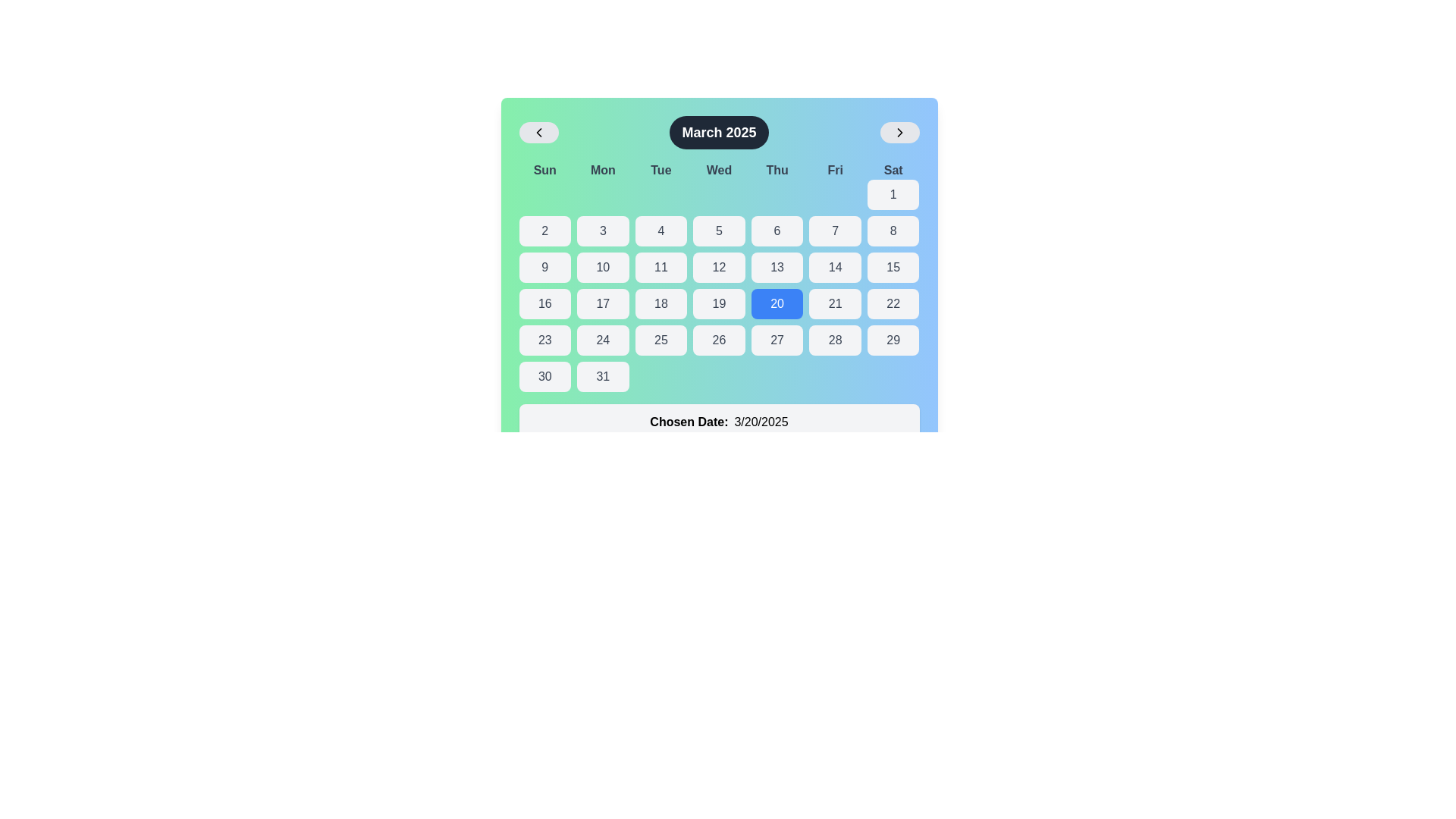  I want to click on the button representing the date '3' in the calendar interface located in the second row and second column under the 'Mon' column header, so click(602, 231).